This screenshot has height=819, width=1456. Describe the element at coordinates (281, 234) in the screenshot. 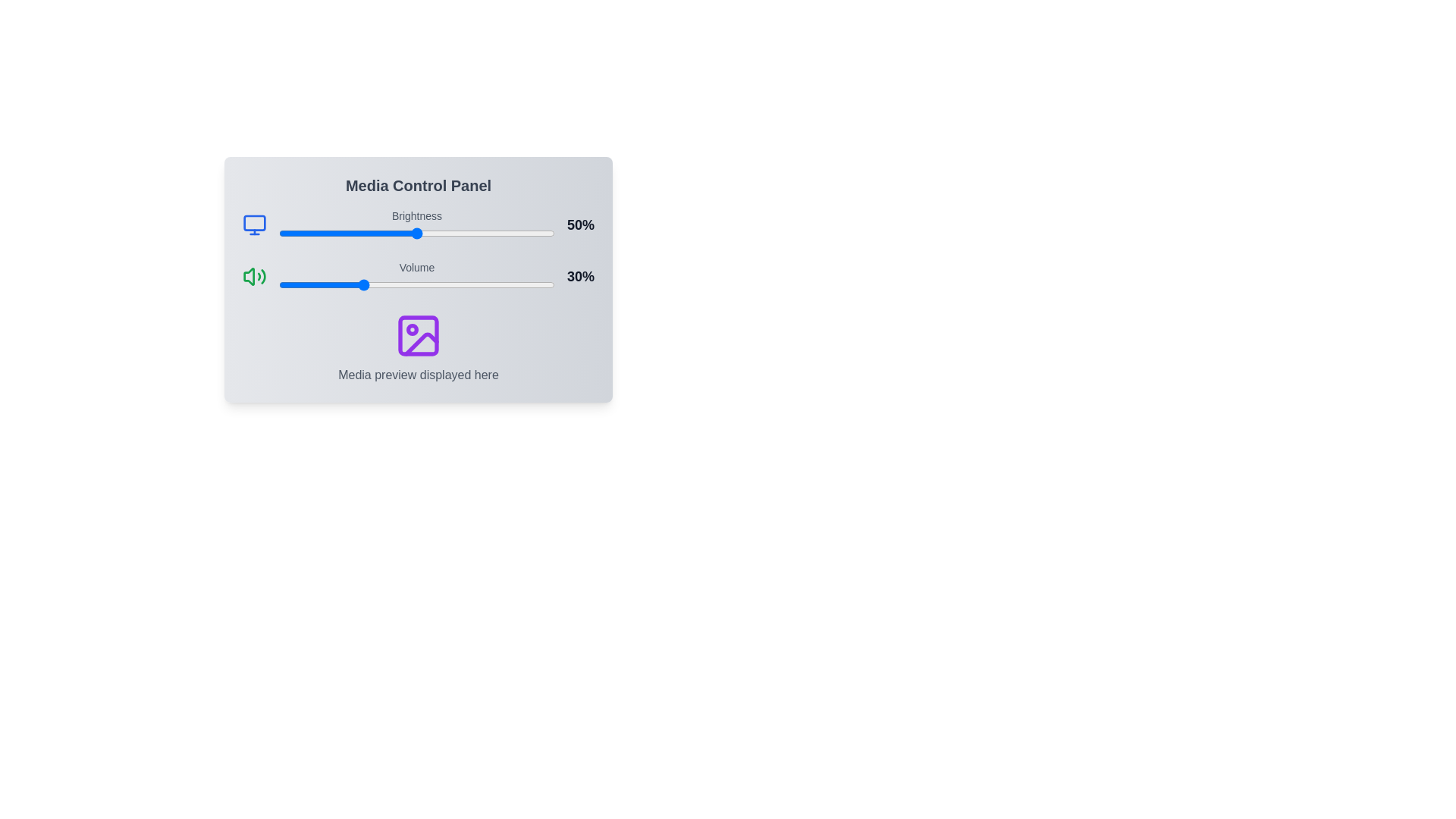

I see `the brightness slider to set the brightness level to 1` at that location.